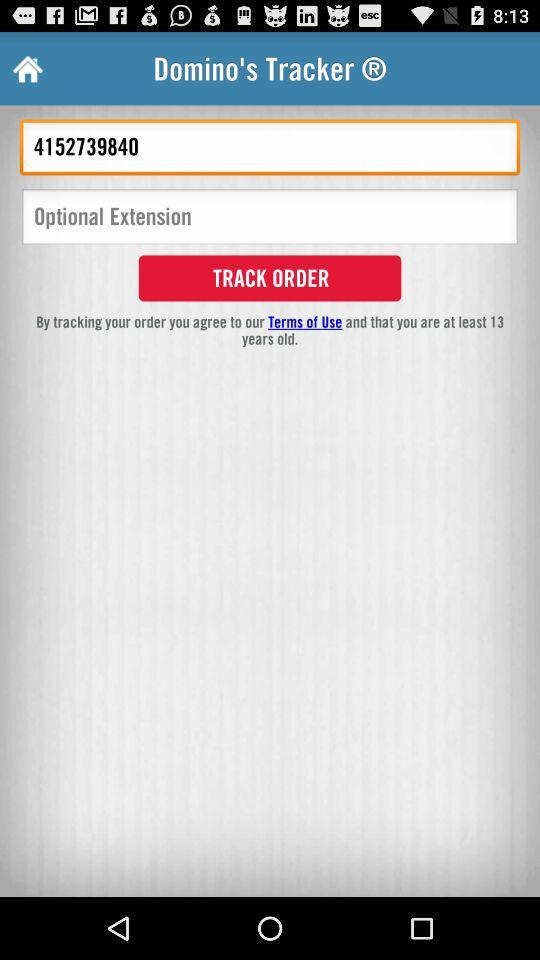 This screenshot has width=540, height=960. Describe the element at coordinates (270, 219) in the screenshot. I see `optional extension` at that location.